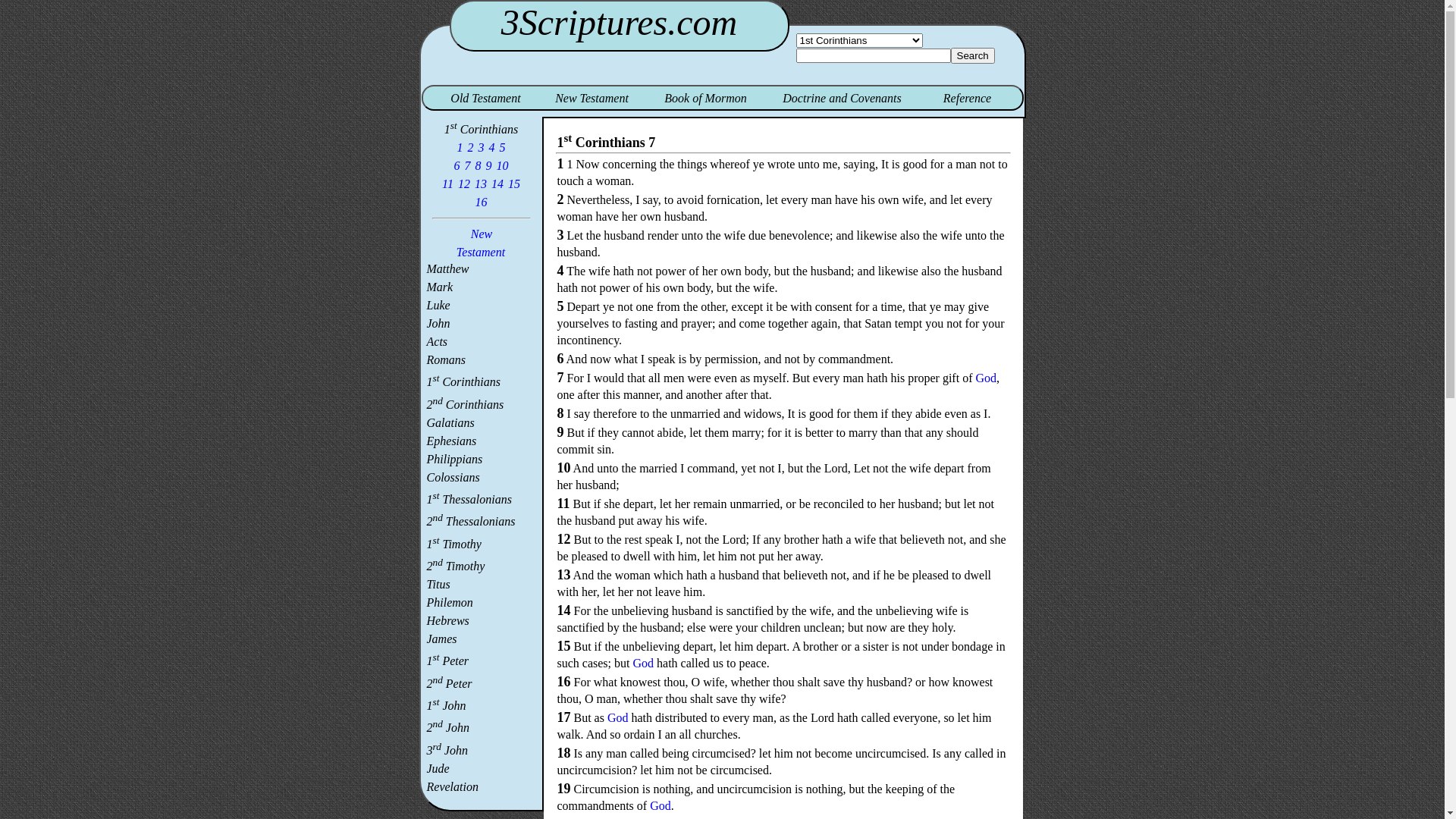  I want to click on '3Scriptures.com', so click(619, 22).